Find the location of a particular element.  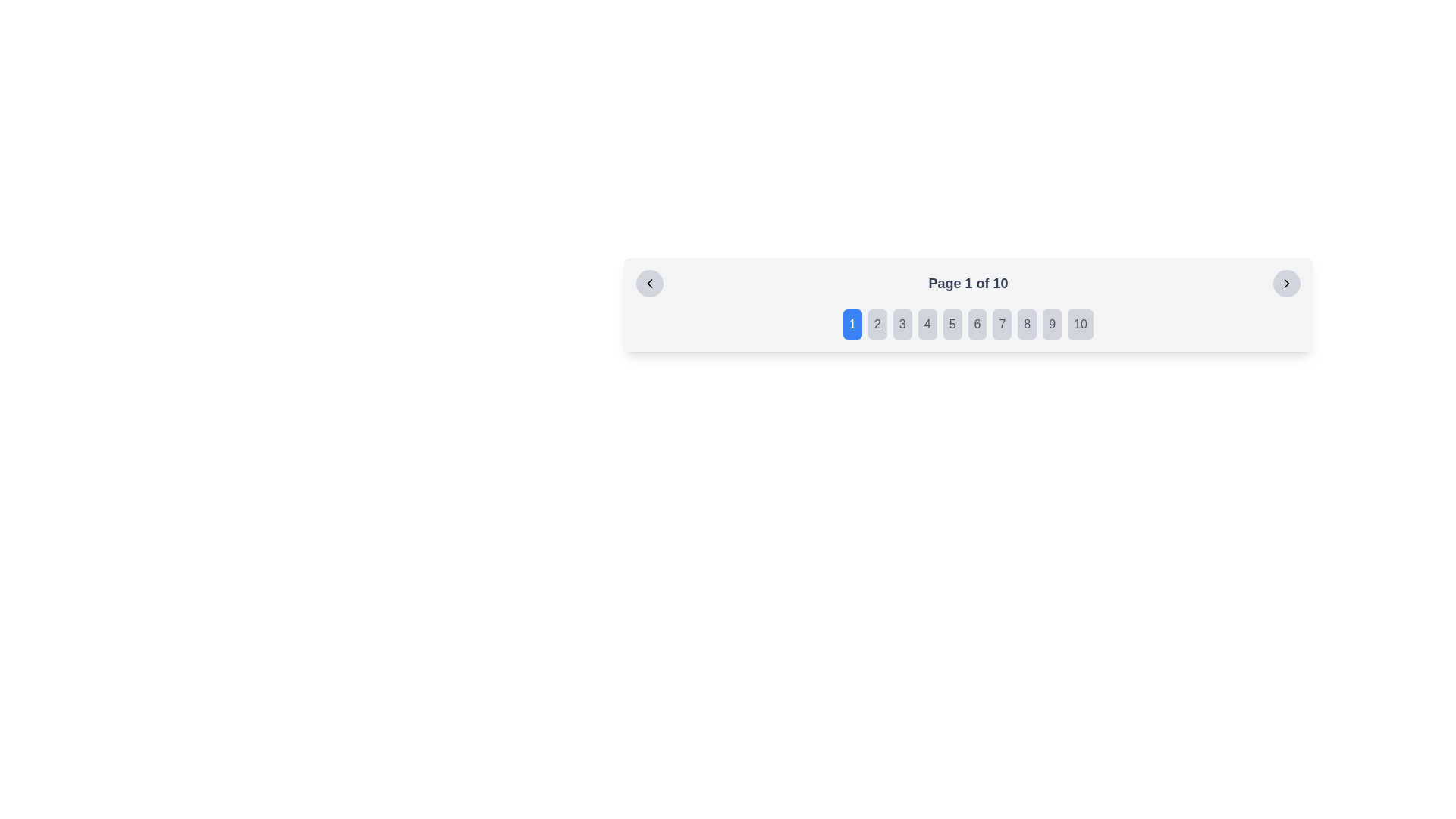

the first button in the pagination bar is located at coordinates (852, 324).